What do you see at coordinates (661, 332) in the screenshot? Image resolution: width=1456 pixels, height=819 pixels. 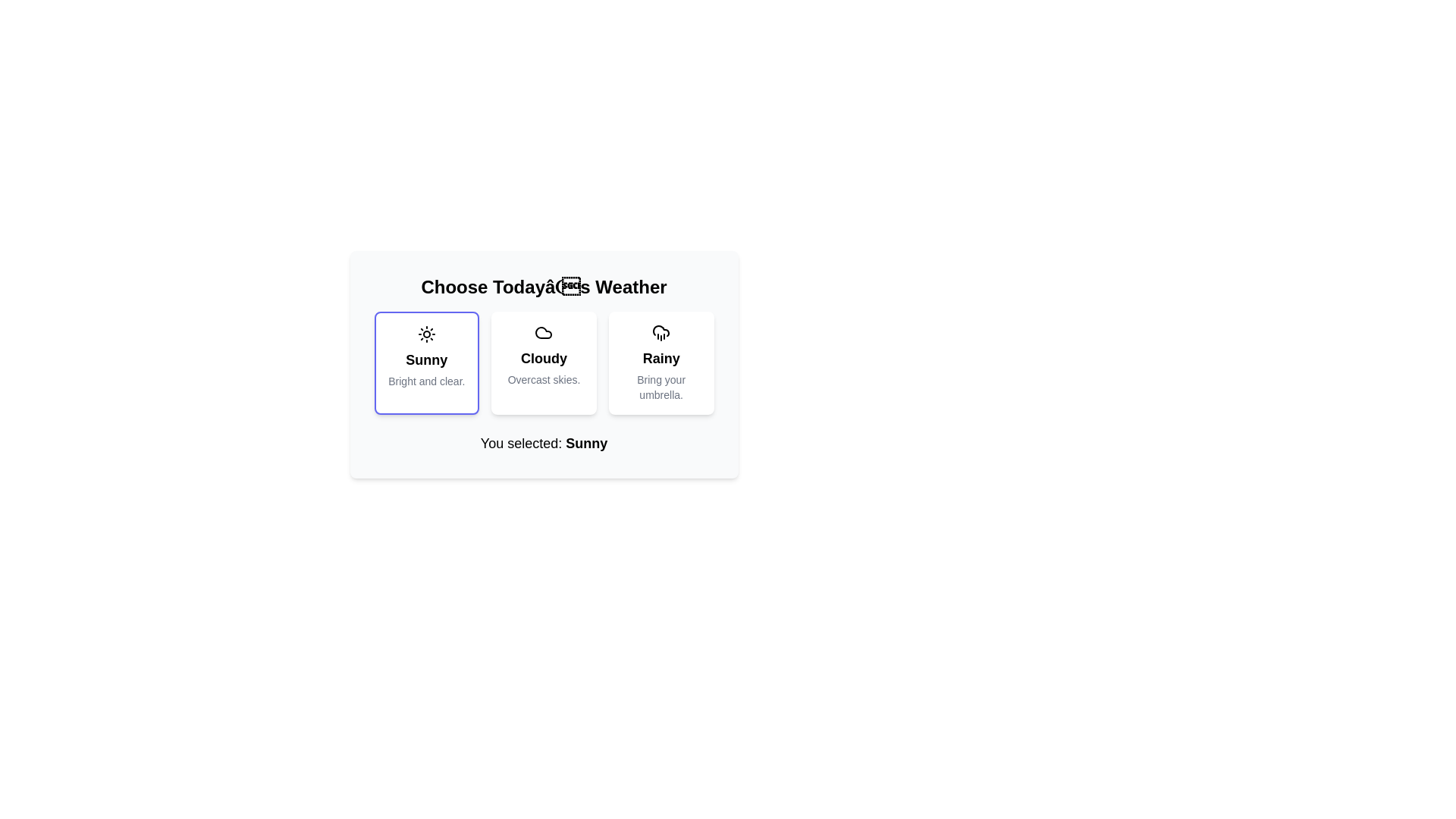 I see `the cloud icon with rain lines underneath, which is located at the top of the 'Rainy' weather selection card` at bounding box center [661, 332].